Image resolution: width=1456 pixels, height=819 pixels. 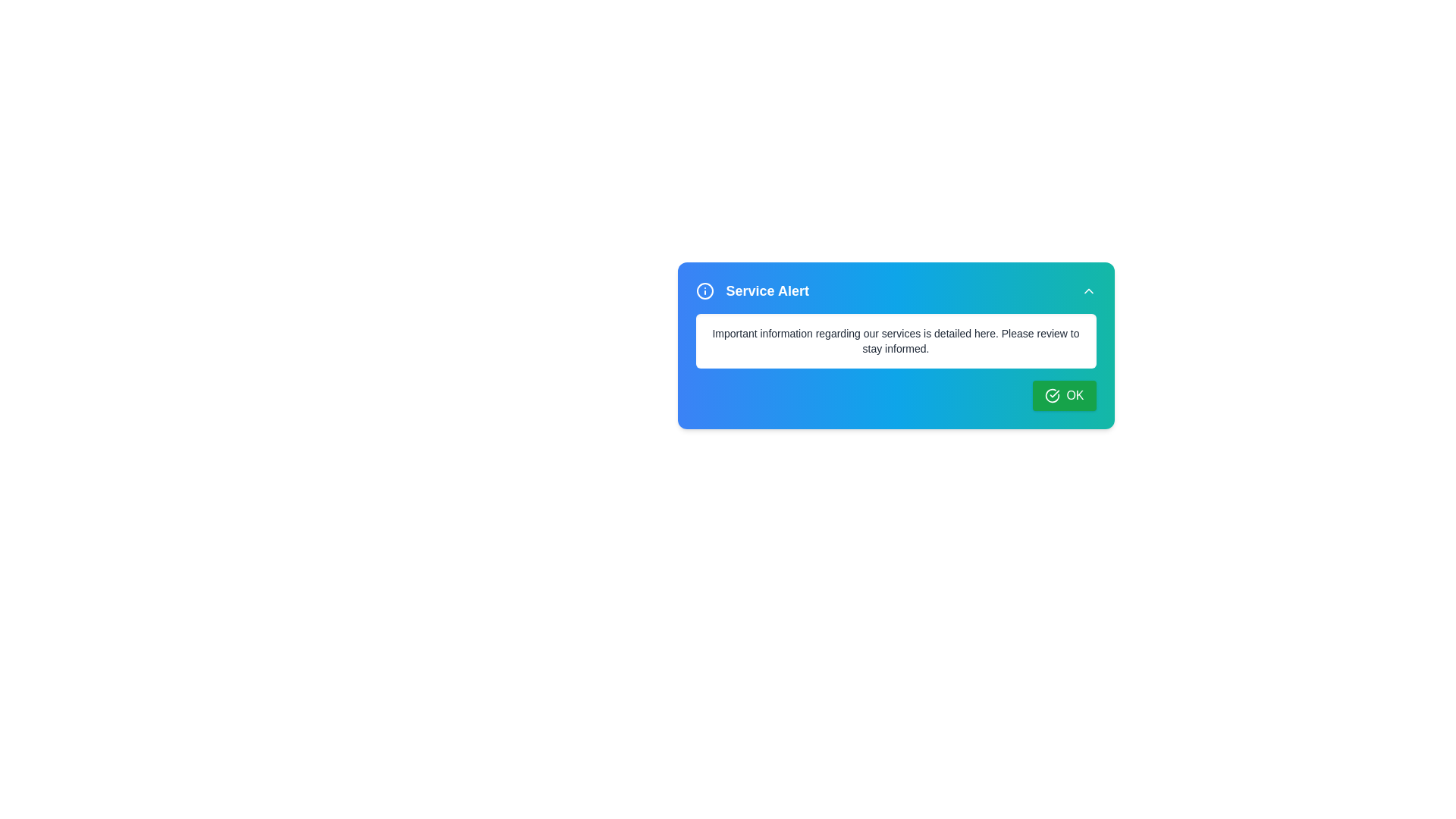 What do you see at coordinates (1087, 291) in the screenshot?
I see `the toggle button to expand or collapse the notification content` at bounding box center [1087, 291].